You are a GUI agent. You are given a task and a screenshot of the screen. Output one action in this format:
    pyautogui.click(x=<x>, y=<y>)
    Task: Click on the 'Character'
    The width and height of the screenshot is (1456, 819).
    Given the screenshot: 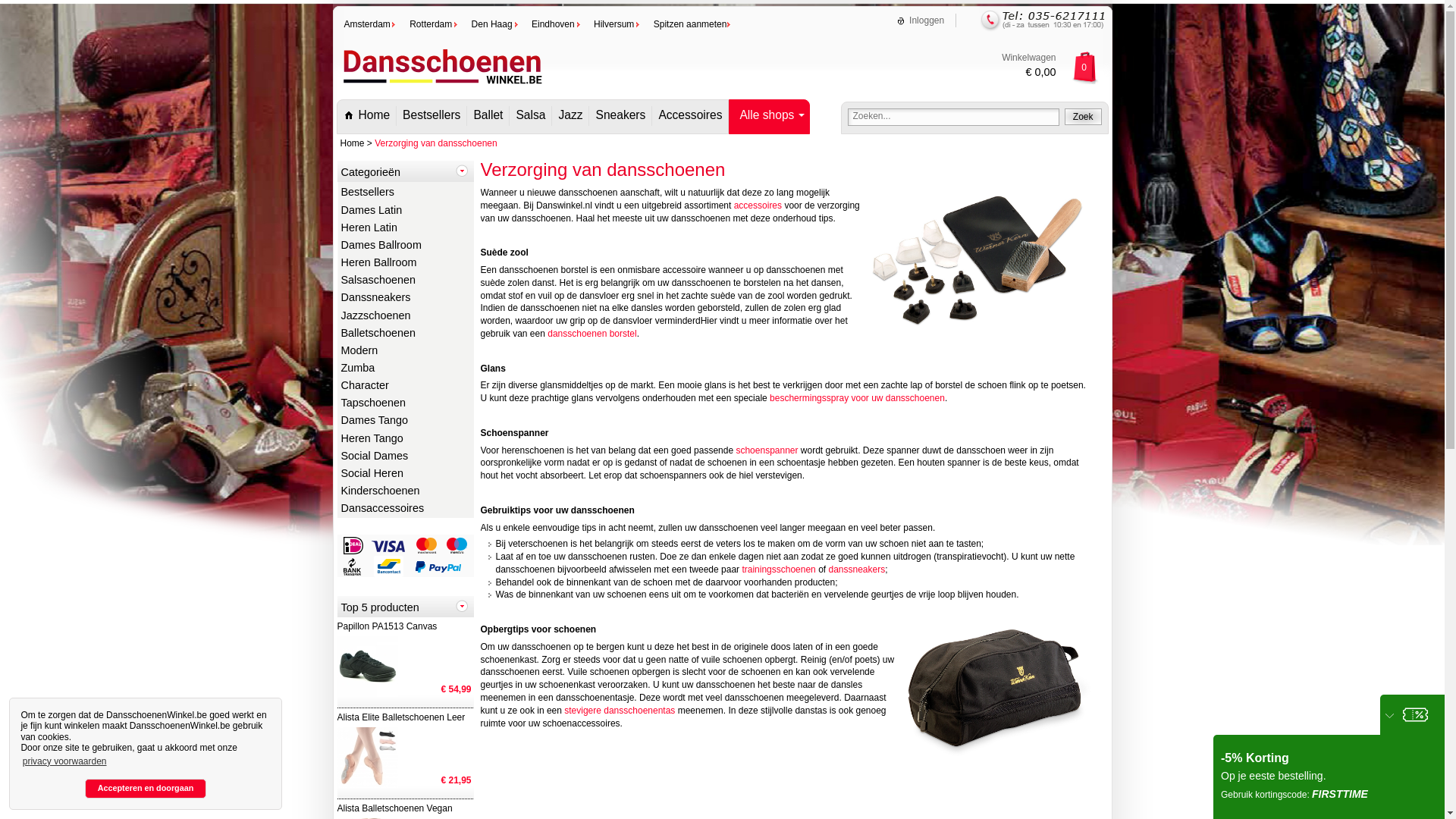 What is the action you would take?
    pyautogui.click(x=404, y=385)
    